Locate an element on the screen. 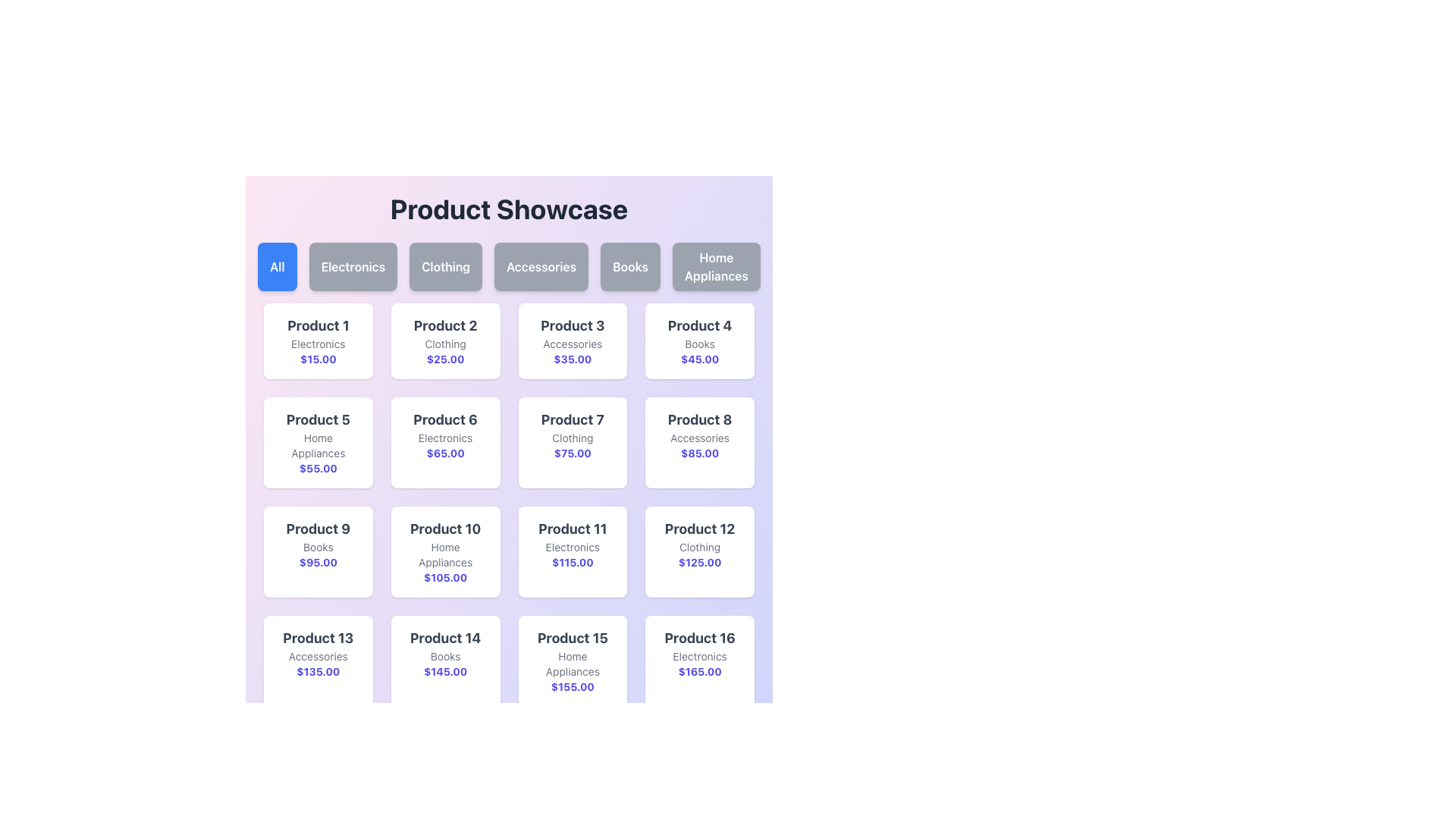  the static text label 'Product 12', which is located in the fourth column of the bottom row of the grid within the card, positioned below the product title and above the price is located at coordinates (699, 547).